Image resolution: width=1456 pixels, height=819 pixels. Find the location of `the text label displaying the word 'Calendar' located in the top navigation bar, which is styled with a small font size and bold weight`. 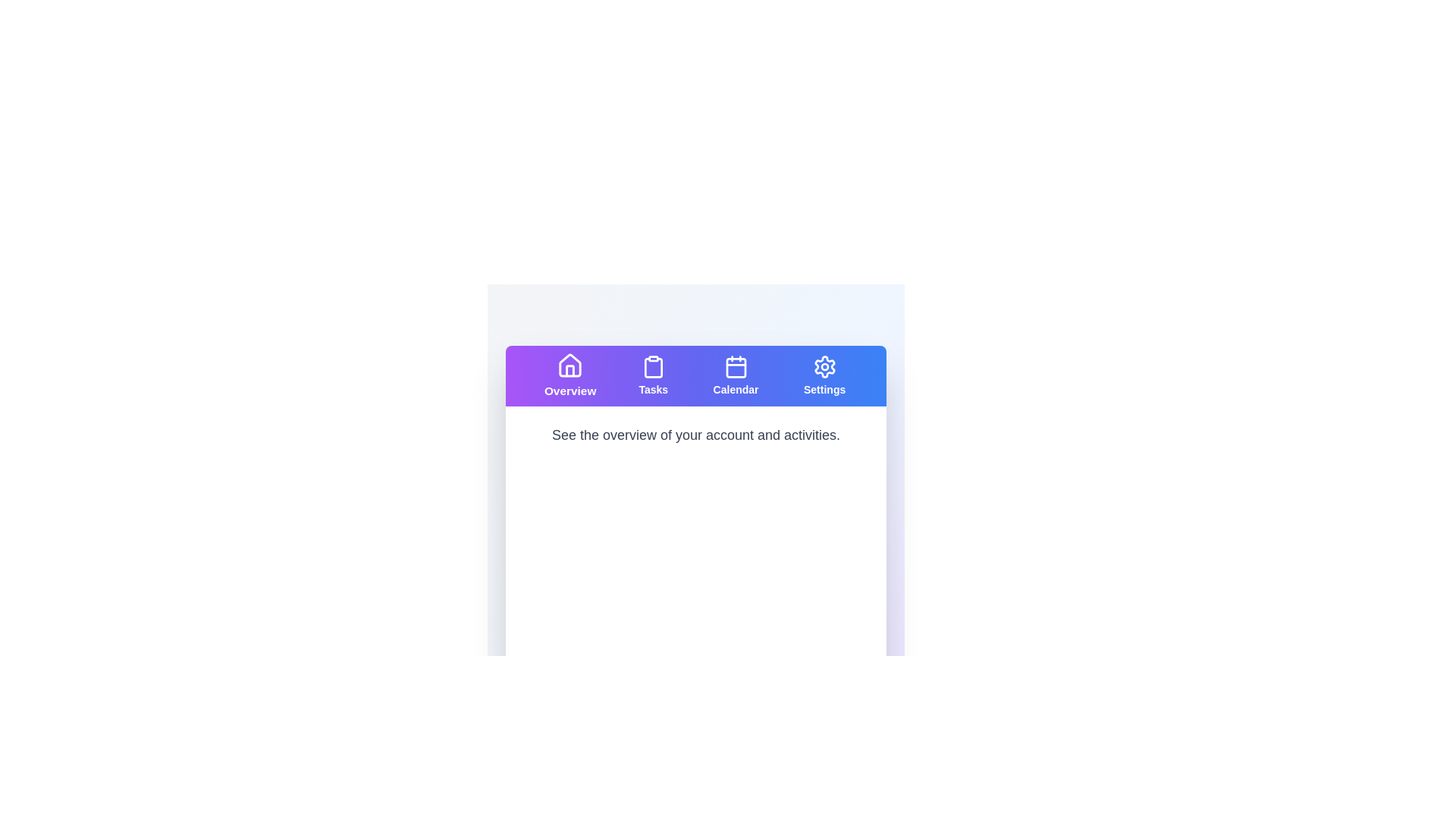

the text label displaying the word 'Calendar' located in the top navigation bar, which is styled with a small font size and bold weight is located at coordinates (736, 389).